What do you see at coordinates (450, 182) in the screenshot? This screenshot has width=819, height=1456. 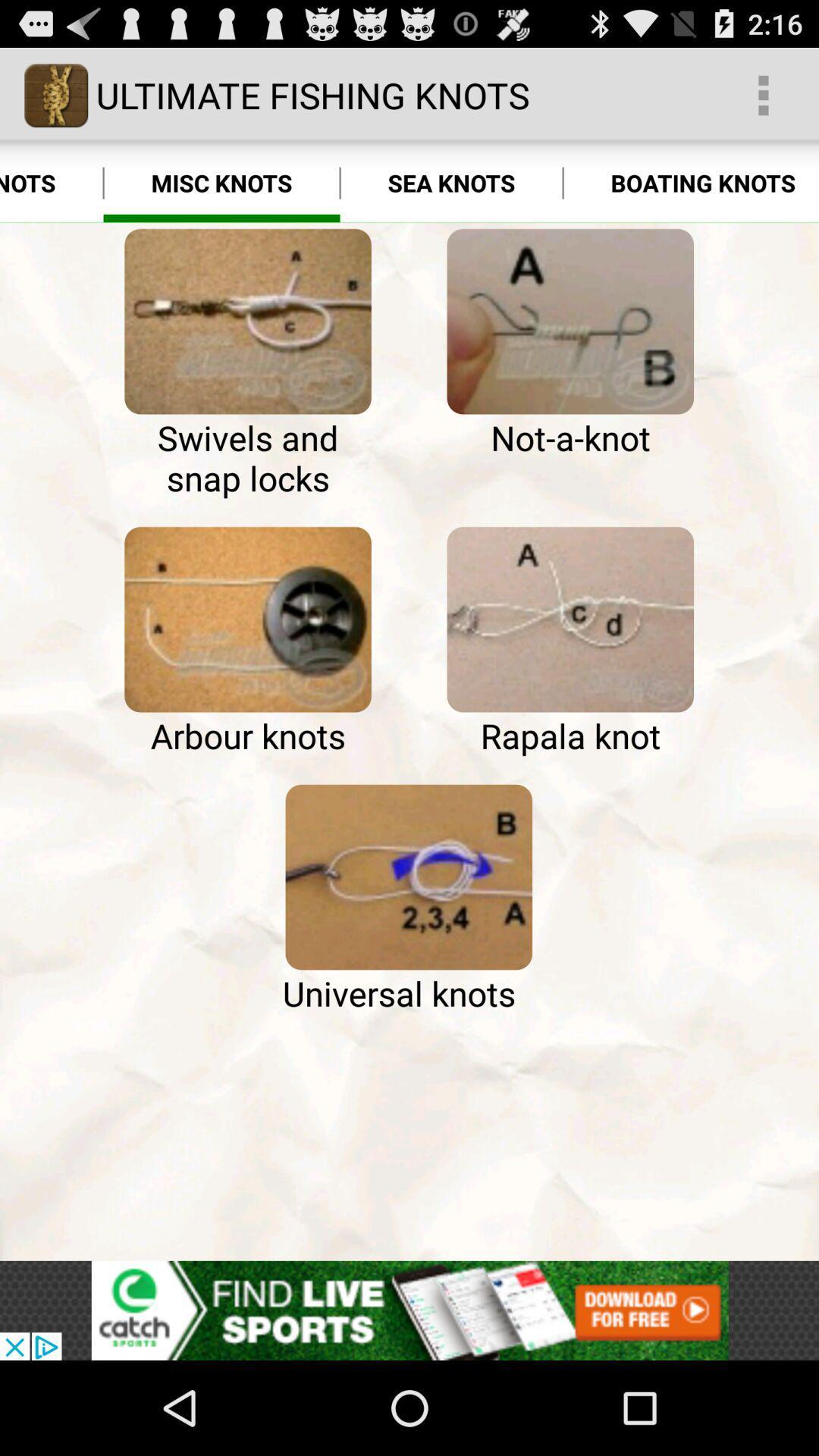 I see `the app next to misc knots` at bounding box center [450, 182].